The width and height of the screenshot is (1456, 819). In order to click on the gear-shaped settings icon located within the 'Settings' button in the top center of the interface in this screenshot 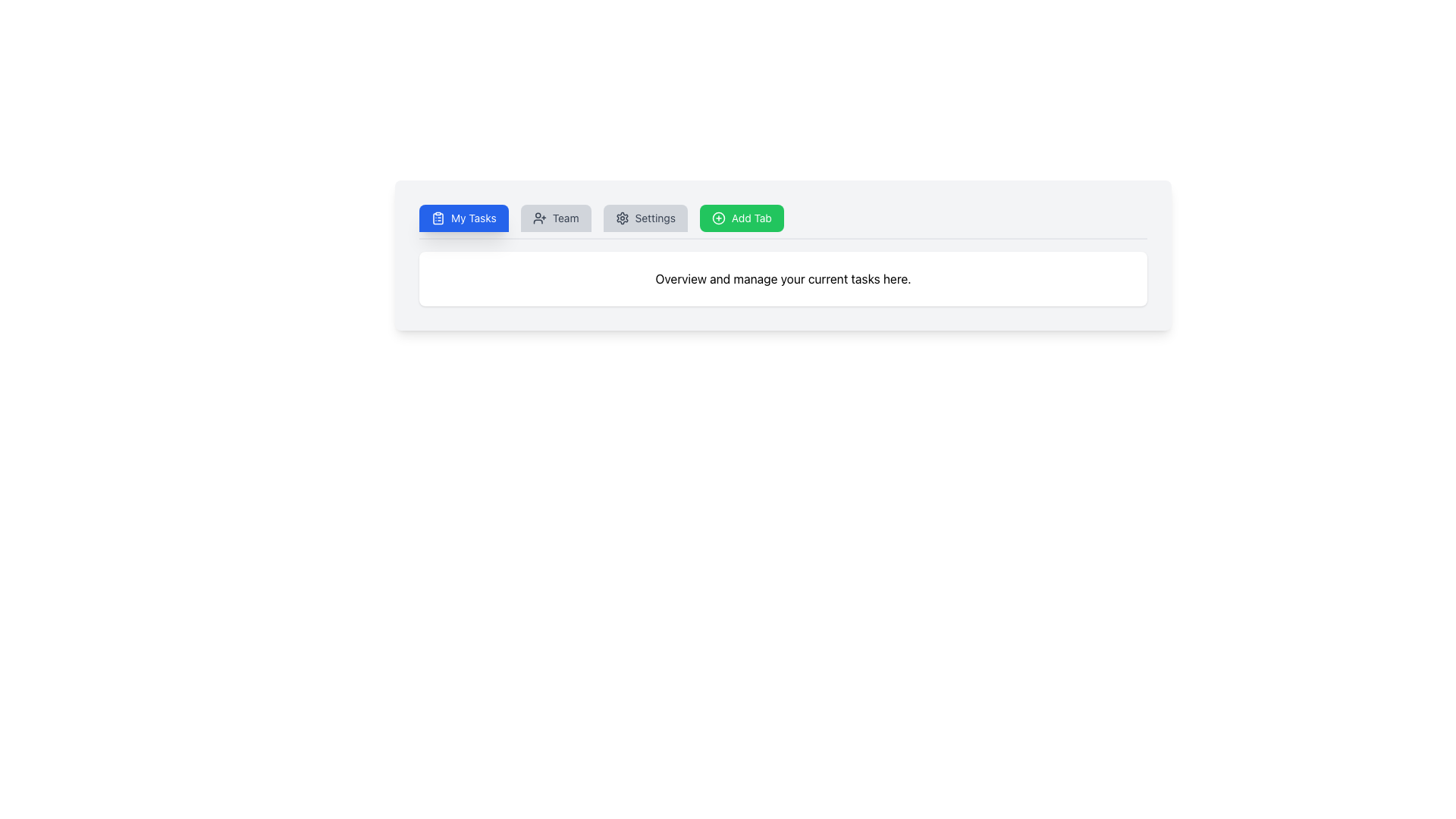, I will do `click(622, 218)`.